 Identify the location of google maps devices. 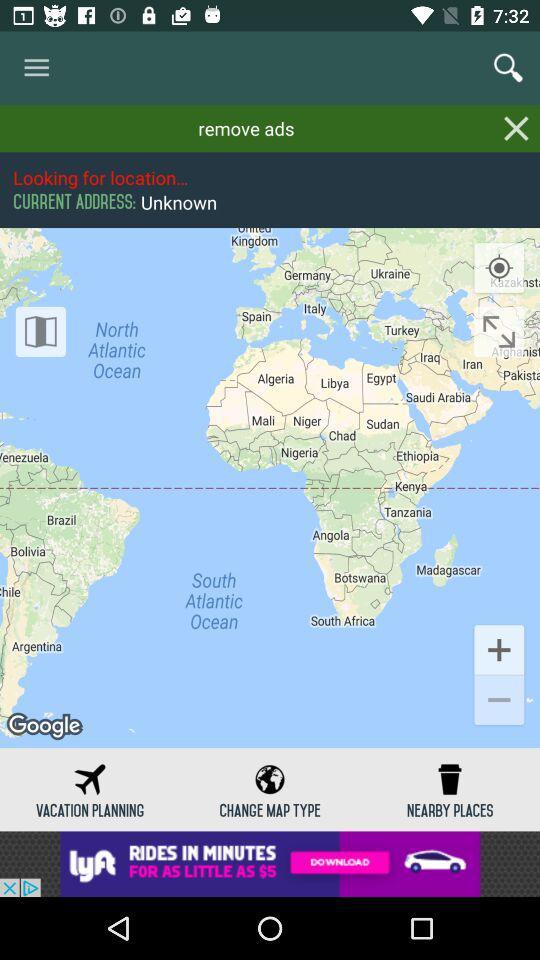
(40, 331).